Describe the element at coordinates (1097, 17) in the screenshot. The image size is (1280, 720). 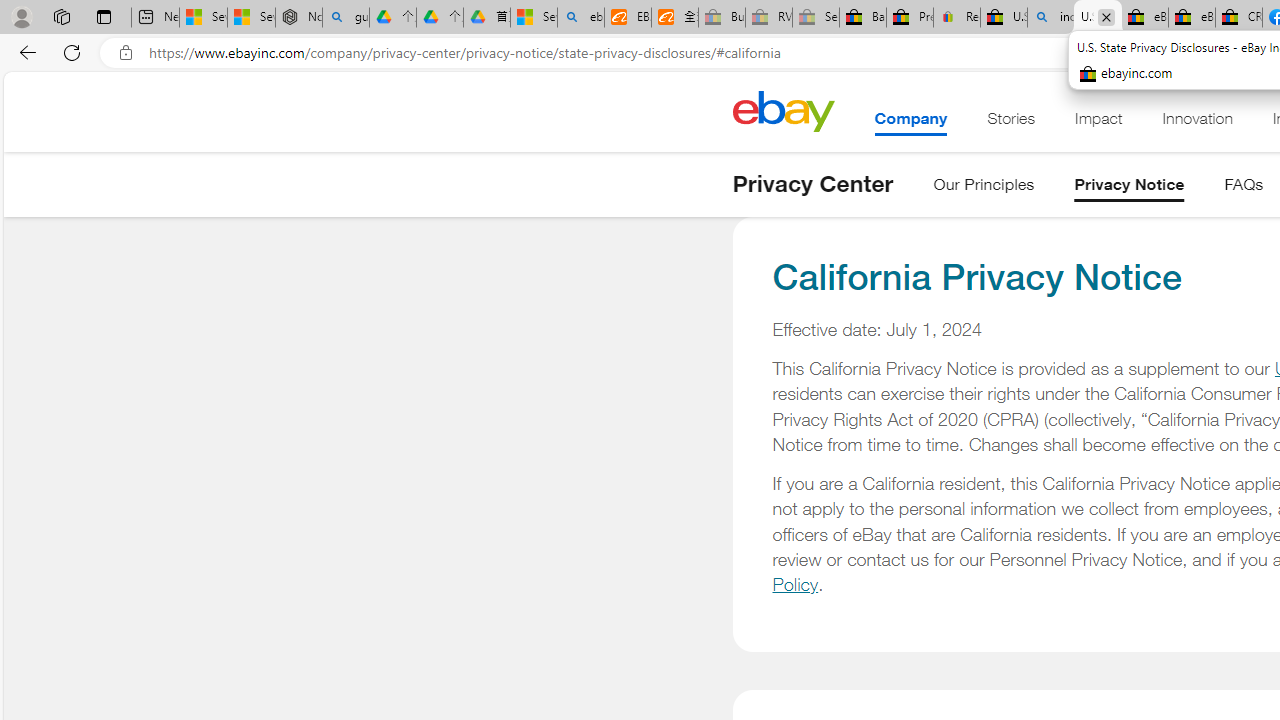
I see `'U.S. State Privacy Disclosures - eBay Inc.'` at that location.